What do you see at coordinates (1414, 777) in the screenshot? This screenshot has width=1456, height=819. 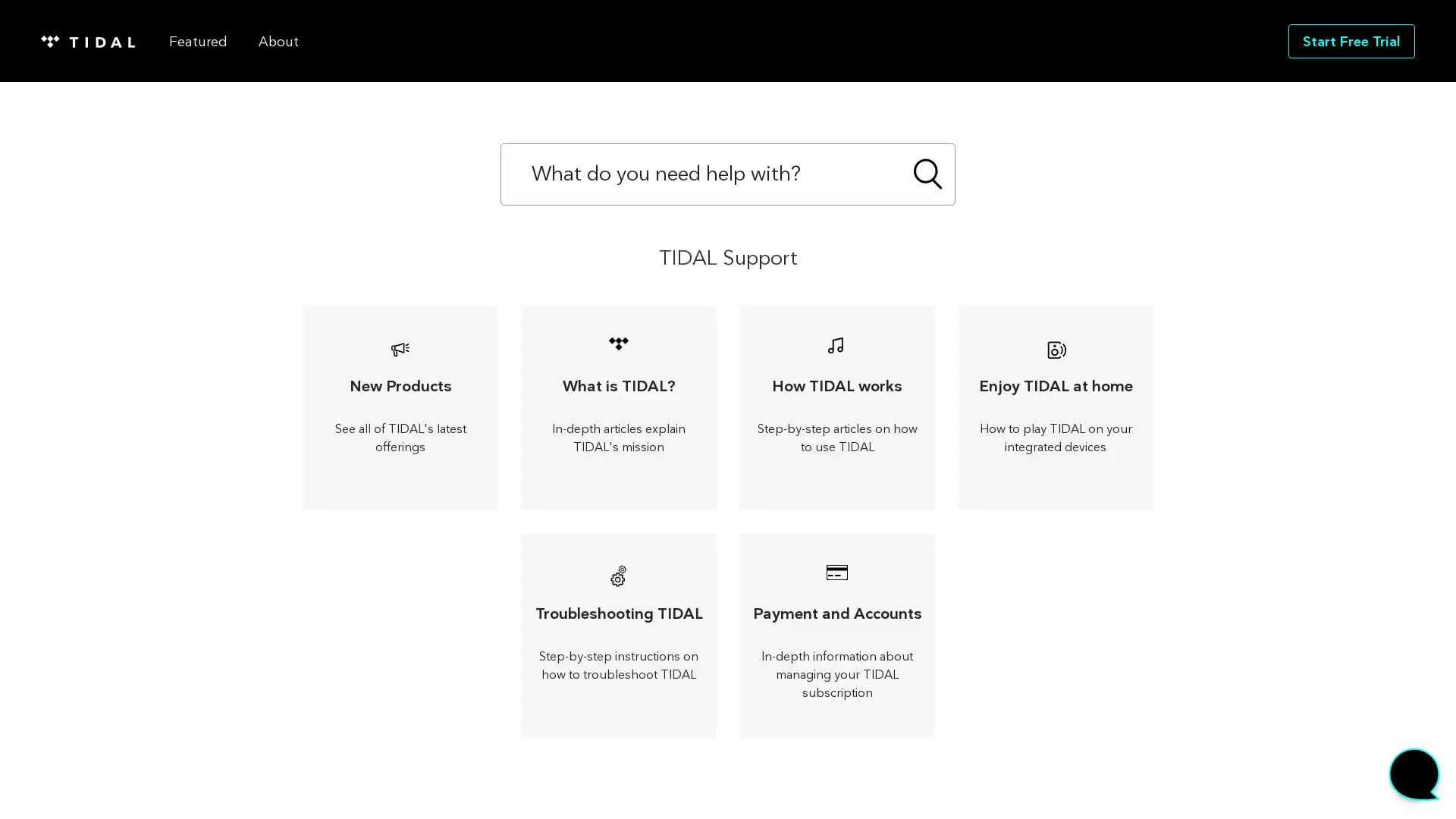 I see `Start chat` at bounding box center [1414, 777].